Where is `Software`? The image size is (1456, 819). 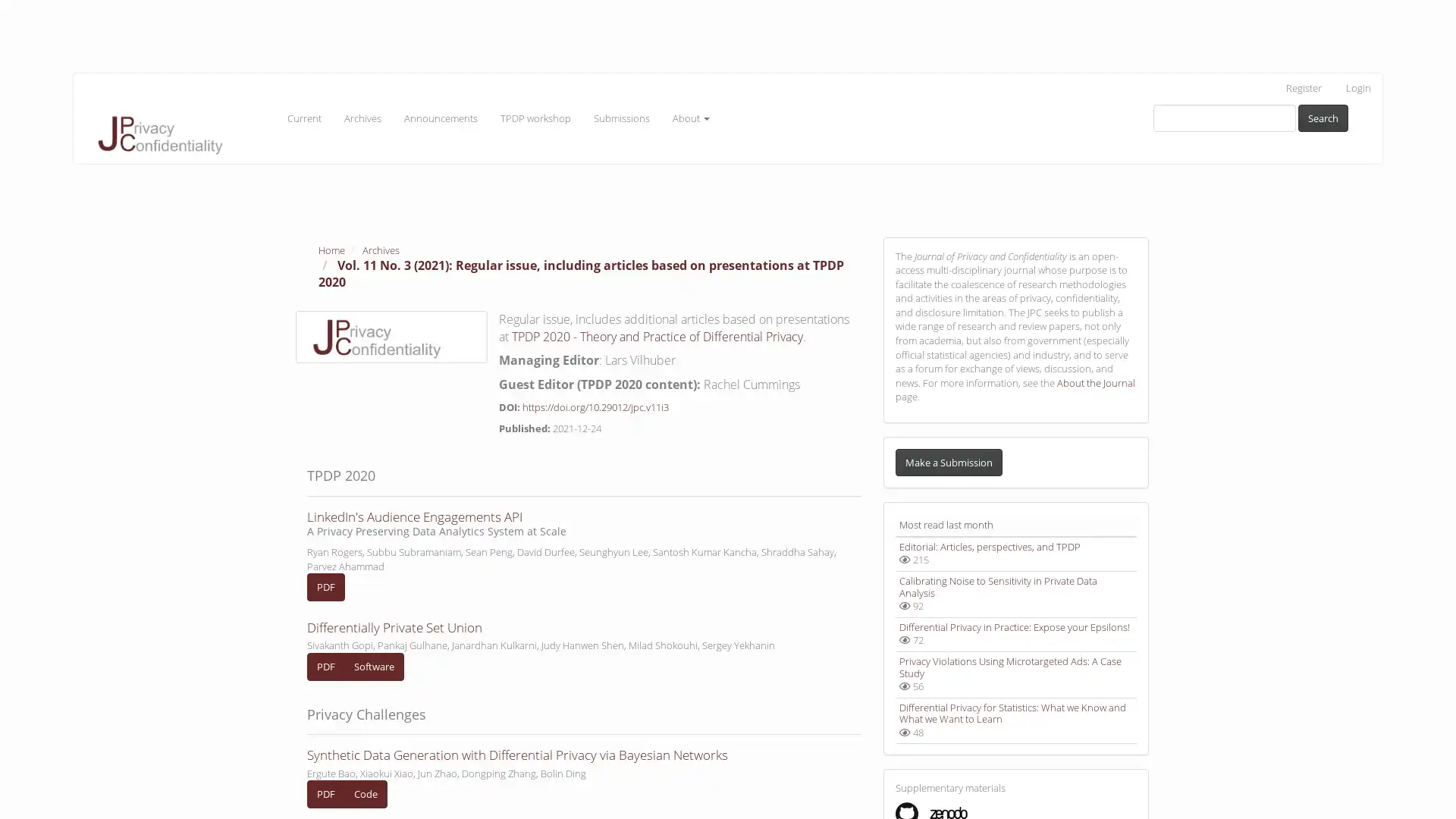 Software is located at coordinates (374, 666).